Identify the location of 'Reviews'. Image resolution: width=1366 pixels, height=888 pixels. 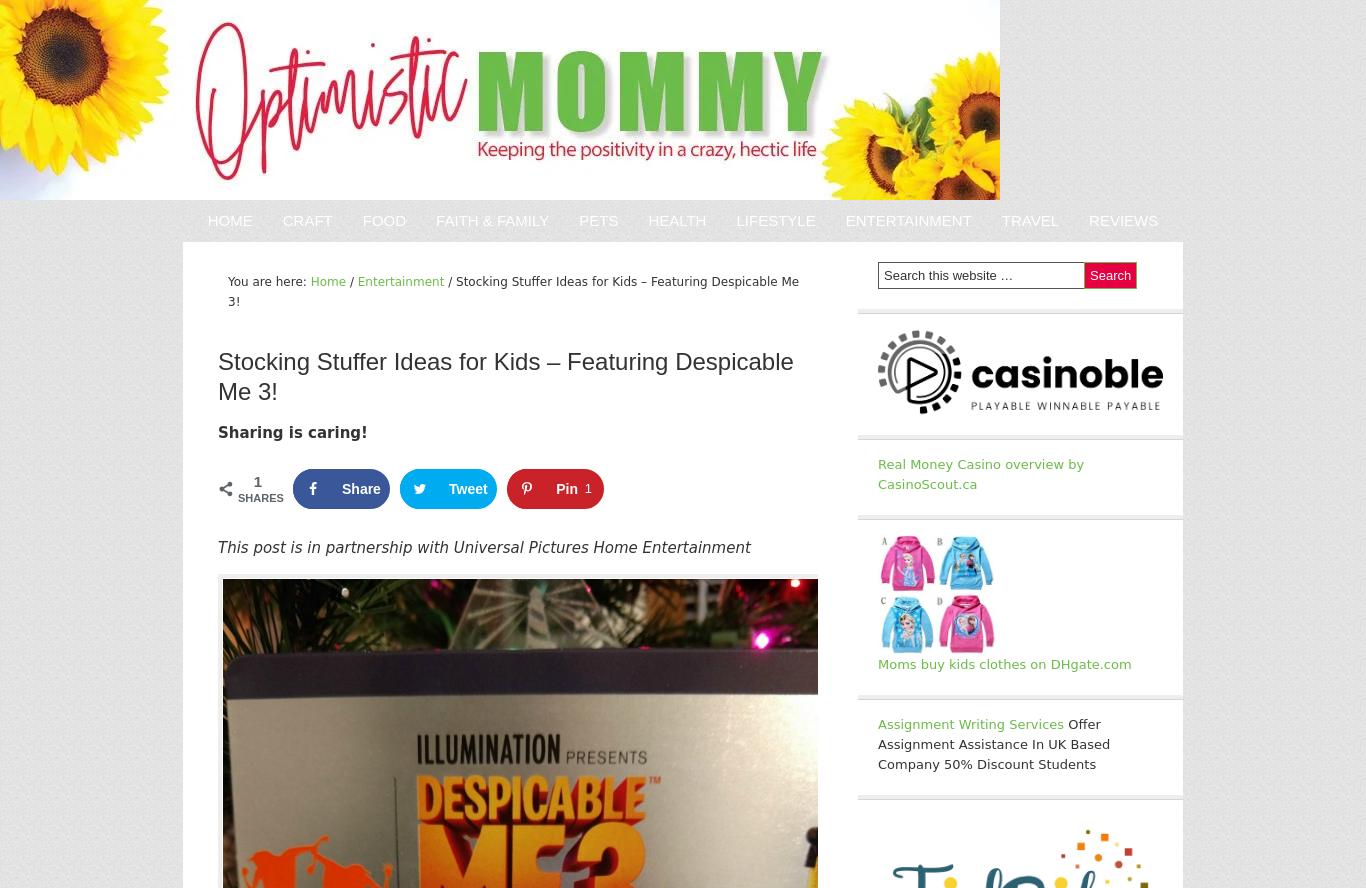
(1122, 219).